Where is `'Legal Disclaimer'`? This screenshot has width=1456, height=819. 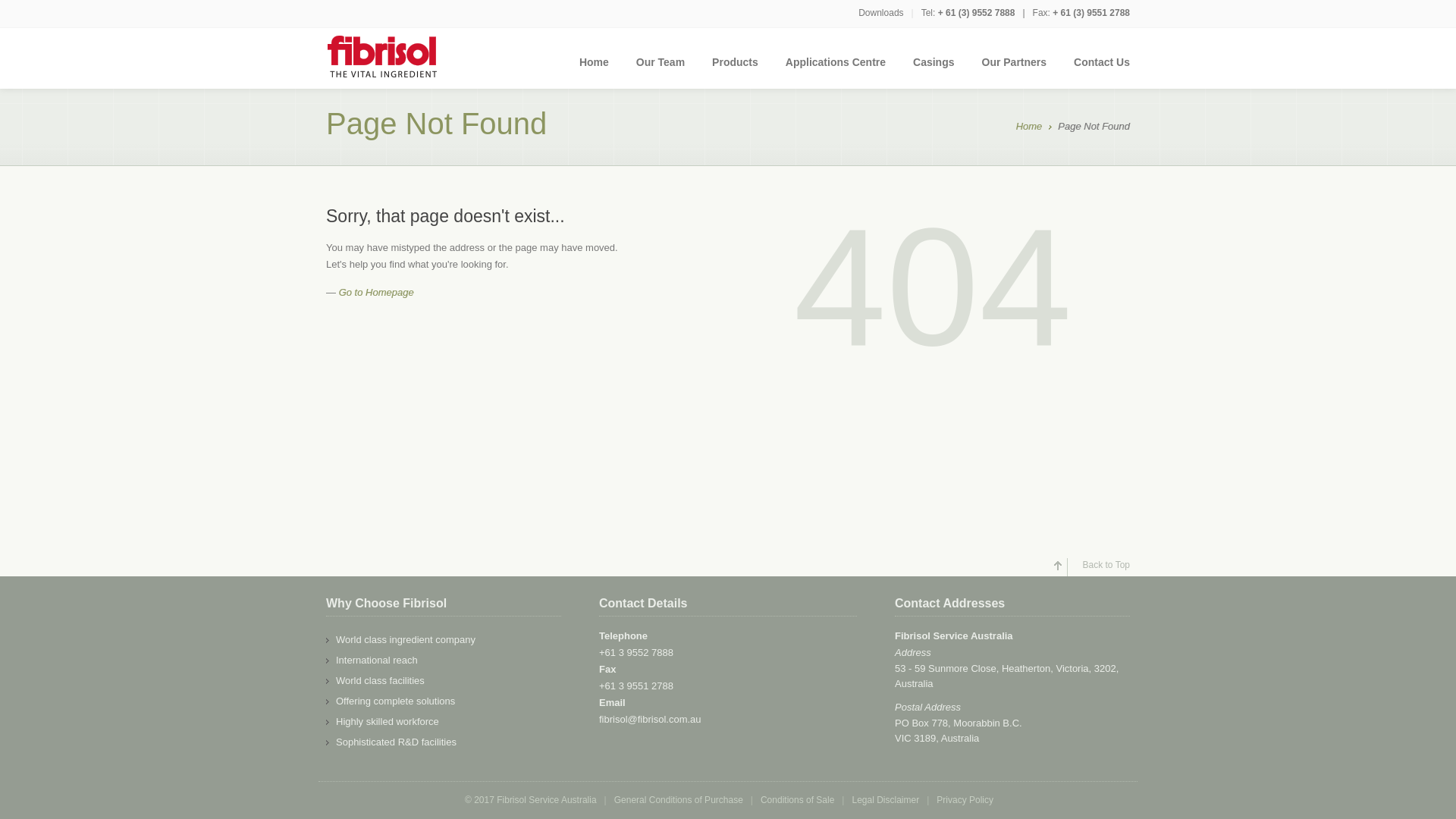
'Legal Disclaimer' is located at coordinates (885, 799).